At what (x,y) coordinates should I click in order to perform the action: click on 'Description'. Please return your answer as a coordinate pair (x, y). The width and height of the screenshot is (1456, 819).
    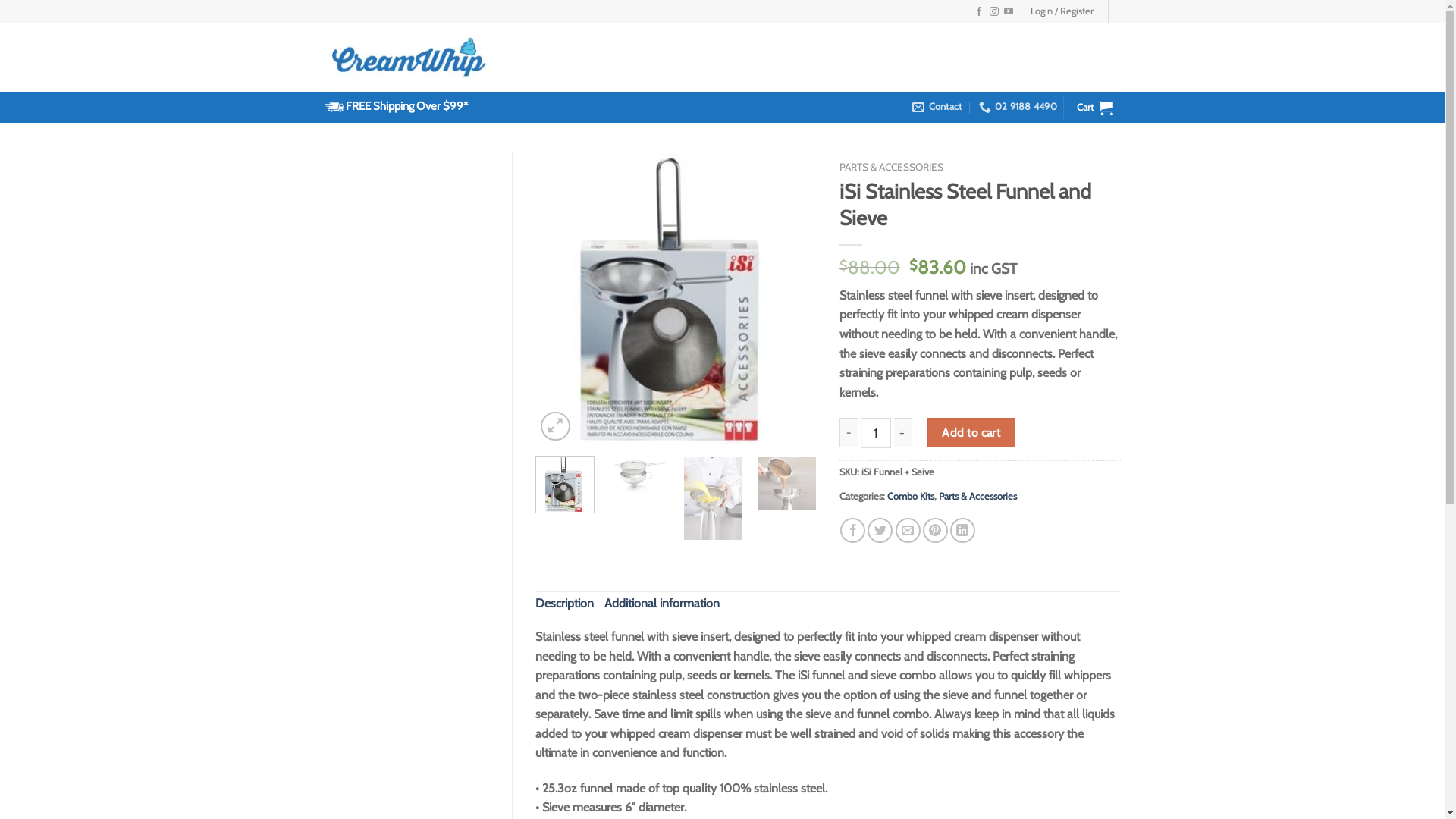
    Looking at the image, I should click on (563, 602).